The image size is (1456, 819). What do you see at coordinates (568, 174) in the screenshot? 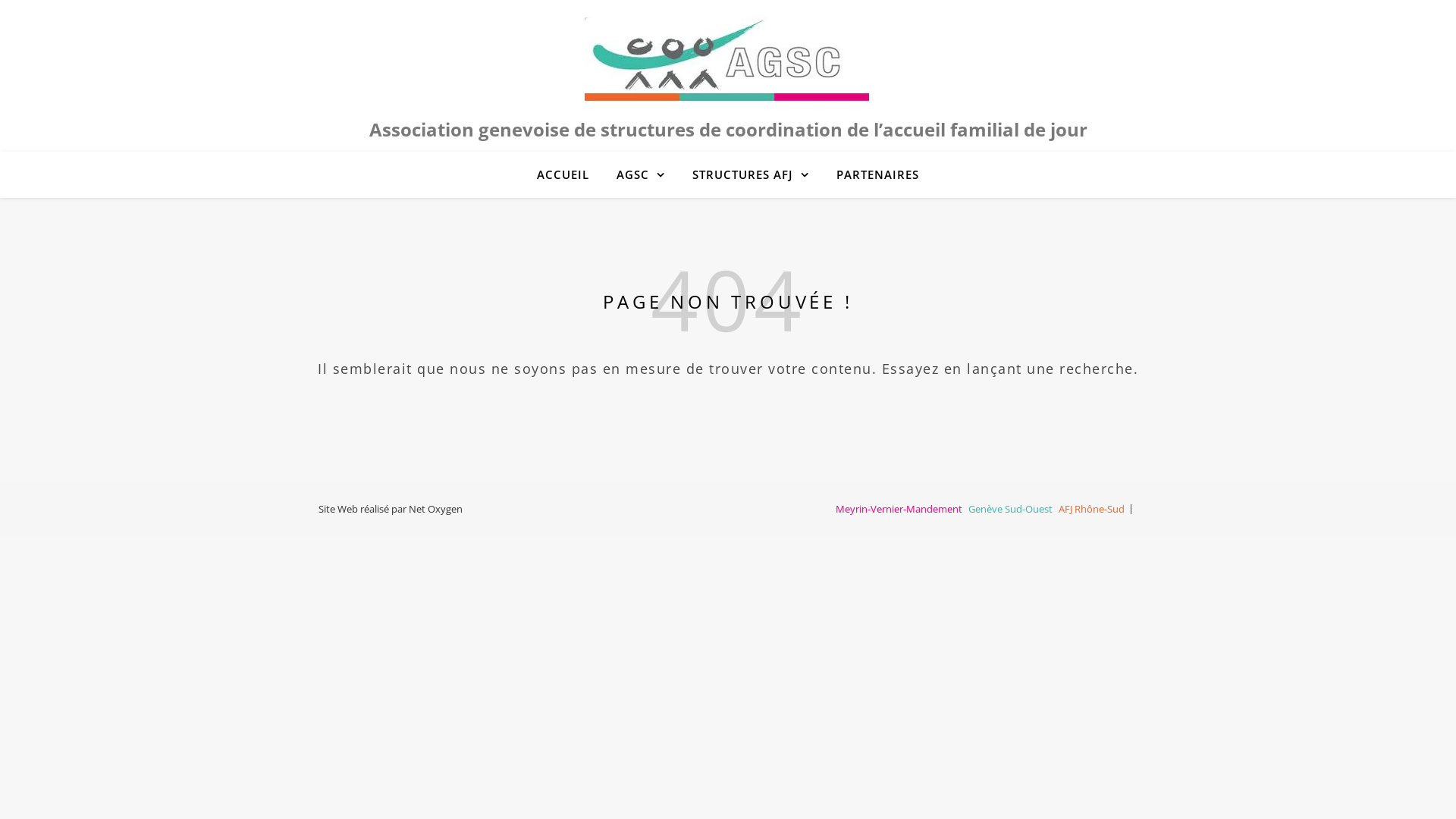
I see `'ACCUEIL'` at bounding box center [568, 174].